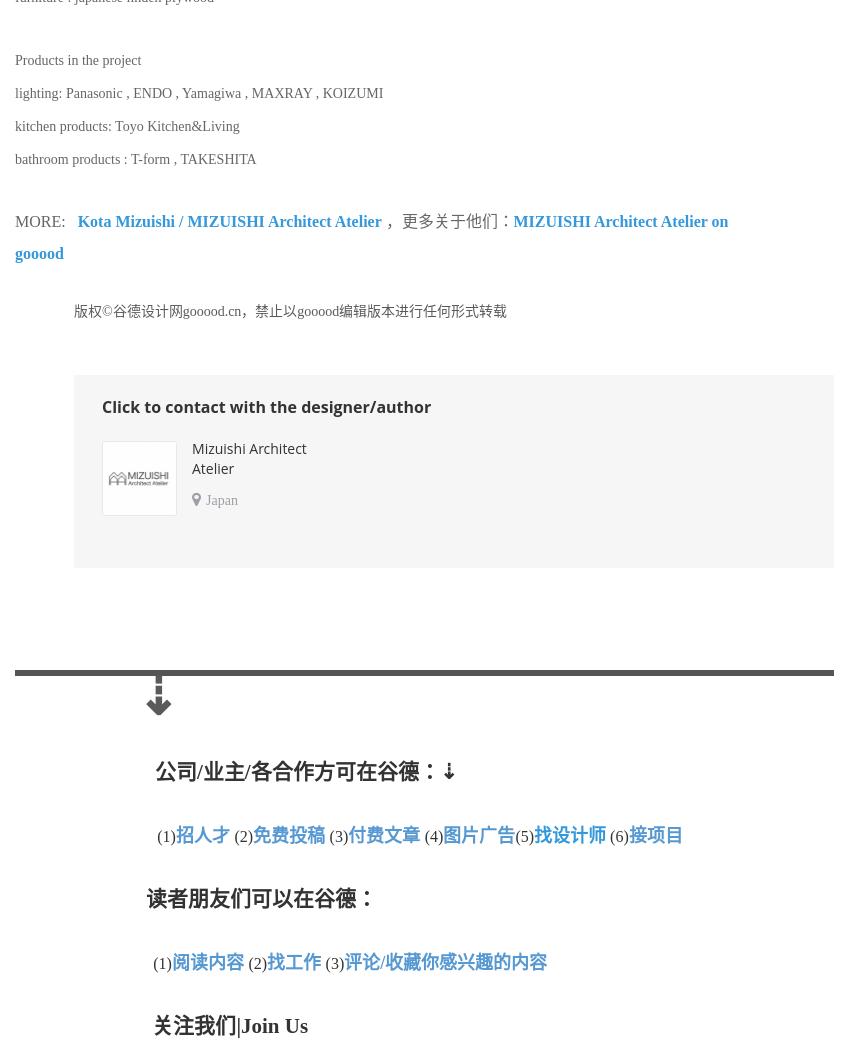 This screenshot has width=849, height=1056. I want to click on 'Kota Mizuishi / MIZUISHI Architect Atelier', so click(227, 219).